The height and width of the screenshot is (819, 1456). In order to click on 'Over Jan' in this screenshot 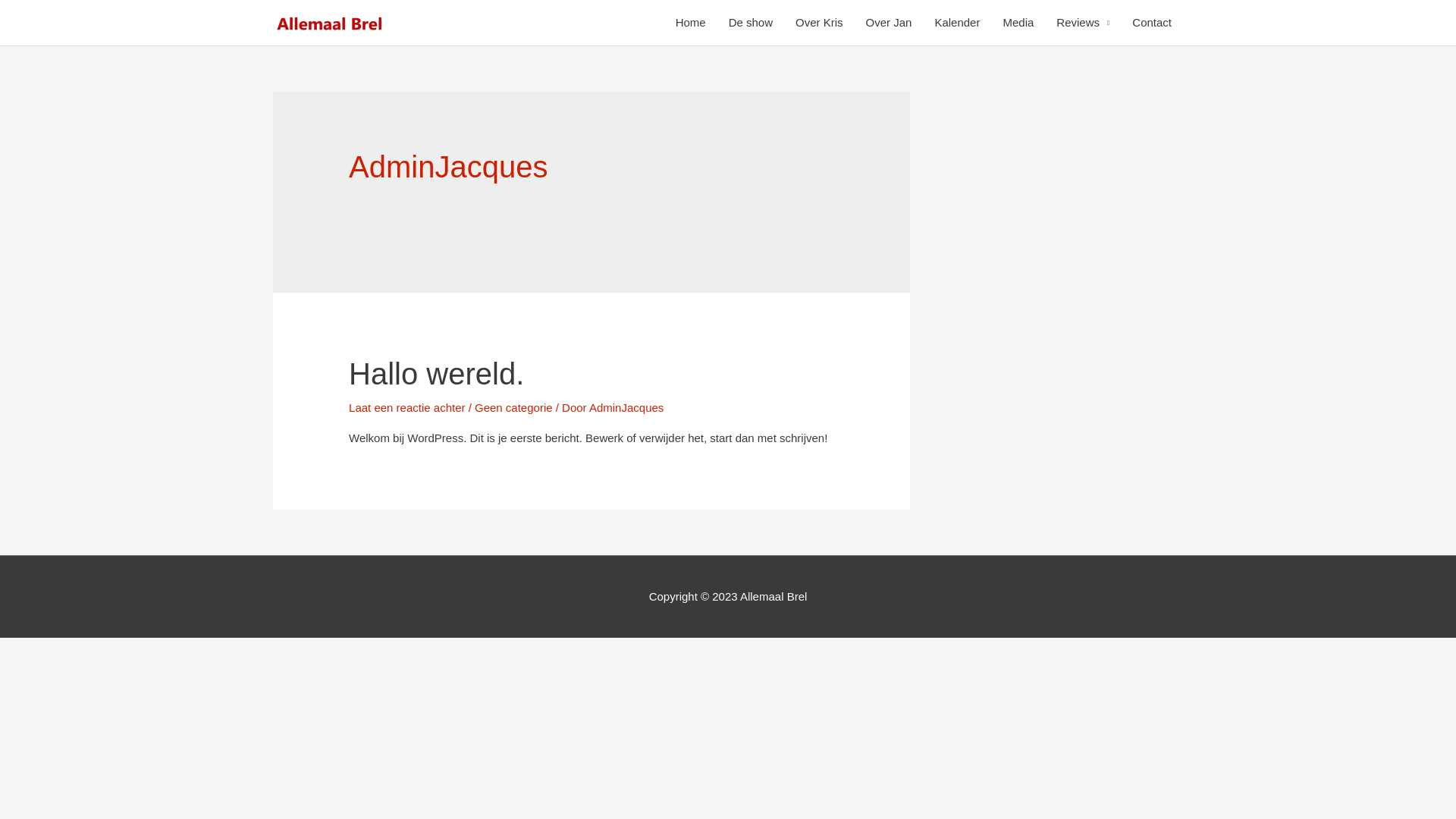, I will do `click(855, 23)`.